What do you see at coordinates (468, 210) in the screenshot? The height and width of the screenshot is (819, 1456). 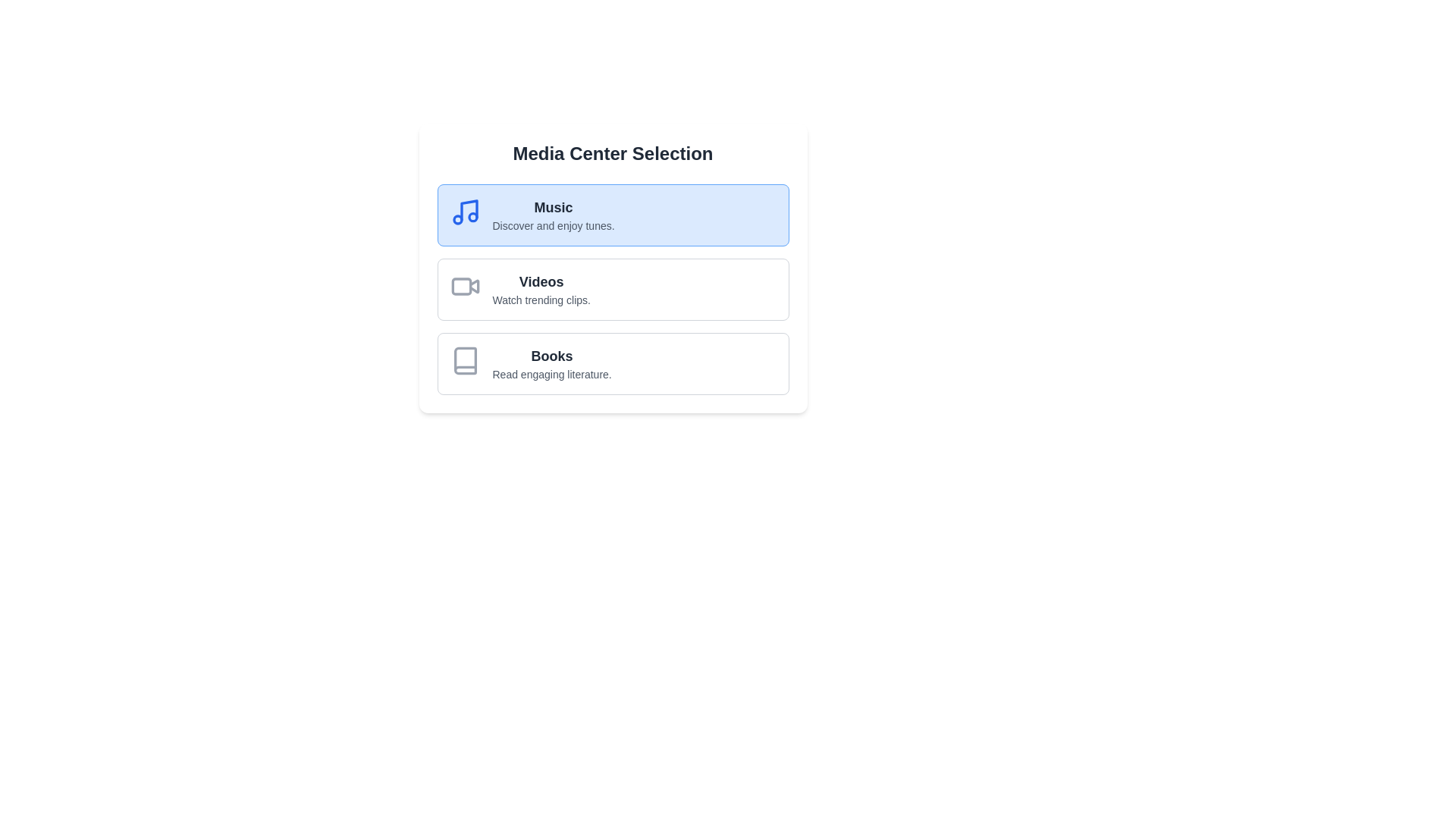 I see `the musical note icon located in the 'Music' section` at bounding box center [468, 210].